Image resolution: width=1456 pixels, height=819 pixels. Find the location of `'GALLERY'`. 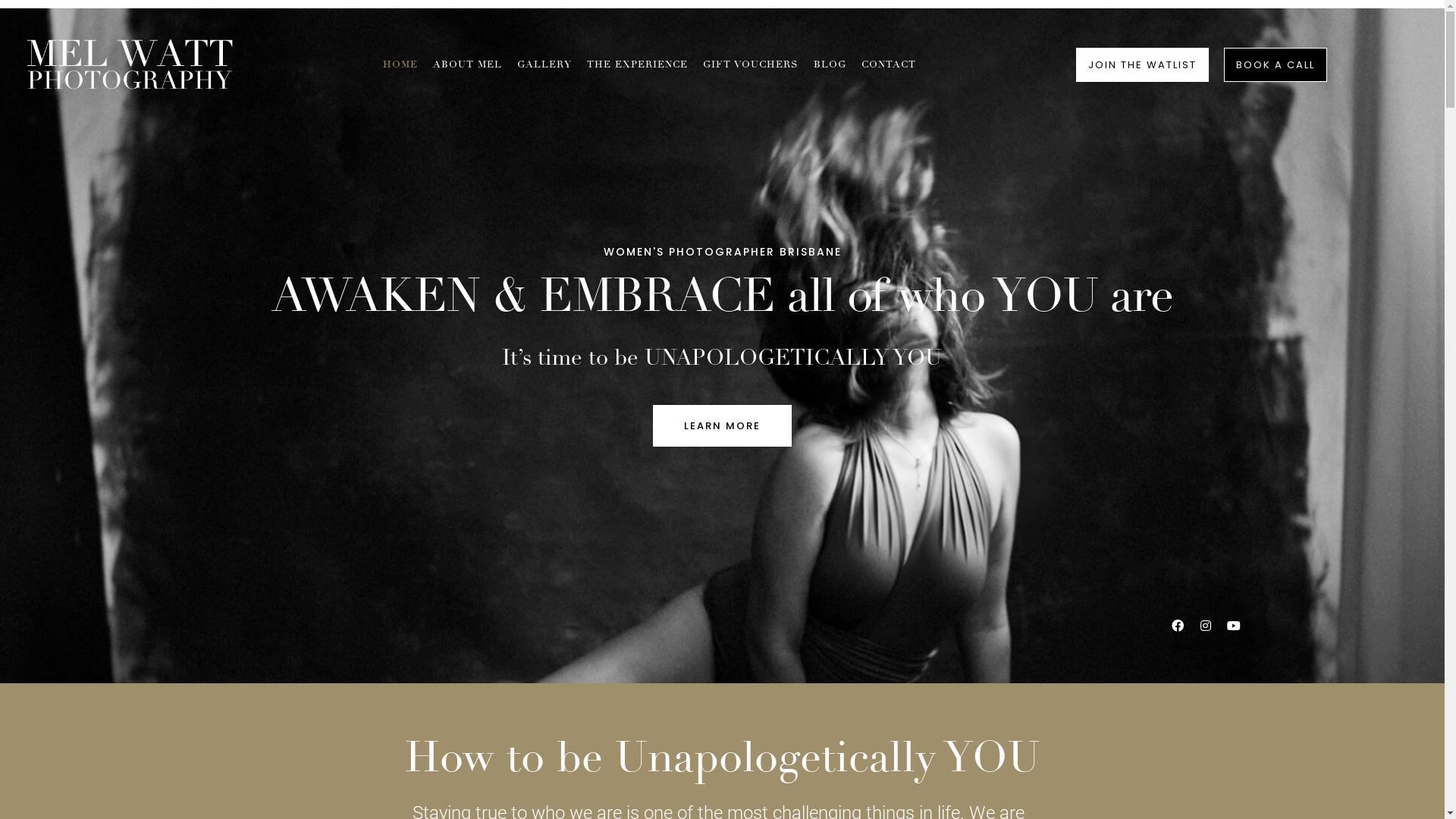

'GALLERY' is located at coordinates (544, 64).